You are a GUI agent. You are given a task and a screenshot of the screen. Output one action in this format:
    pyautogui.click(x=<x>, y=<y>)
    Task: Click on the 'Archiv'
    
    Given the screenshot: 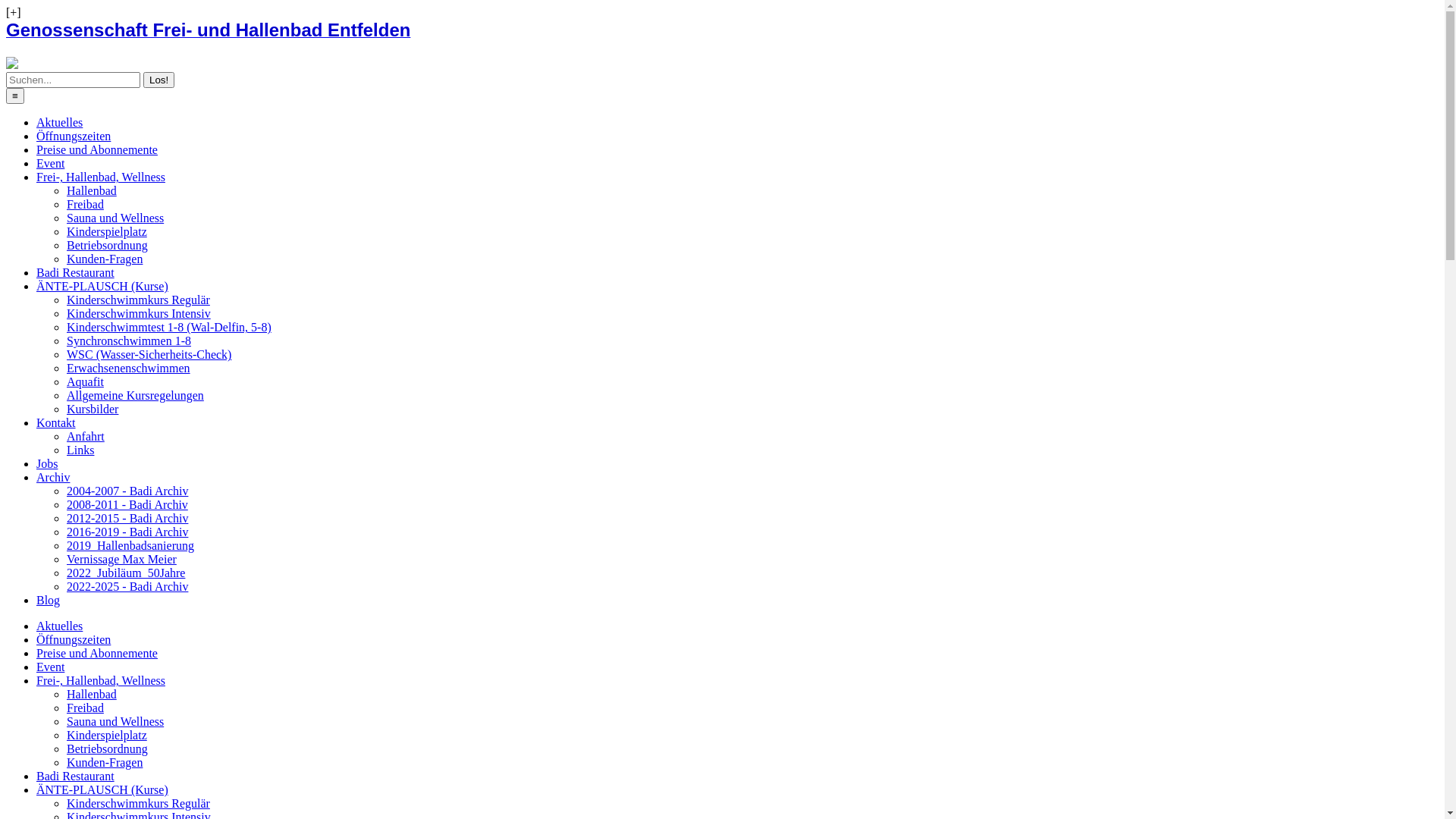 What is the action you would take?
    pyautogui.click(x=53, y=476)
    